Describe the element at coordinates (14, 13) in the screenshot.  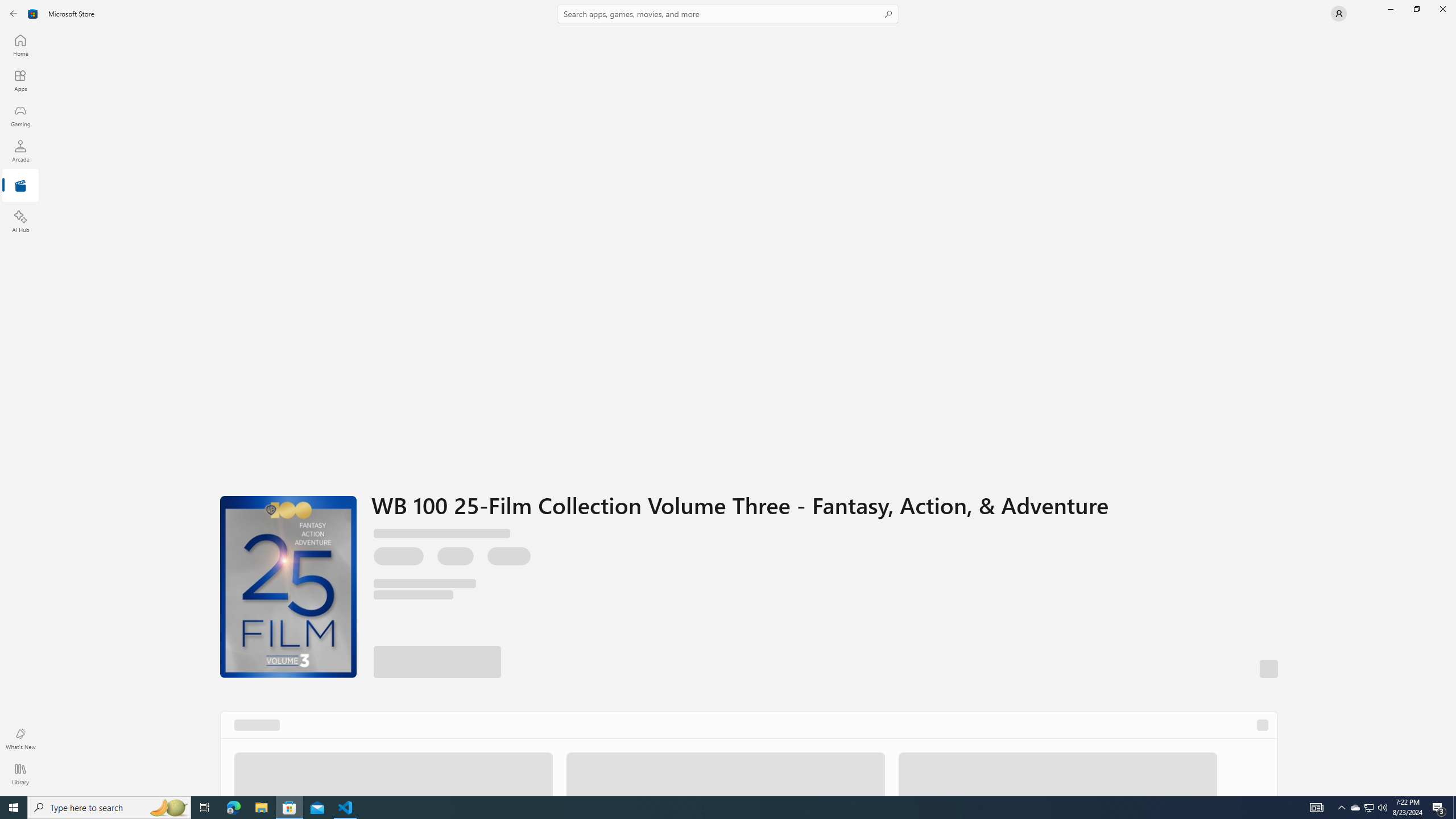
I see `'Back'` at that location.